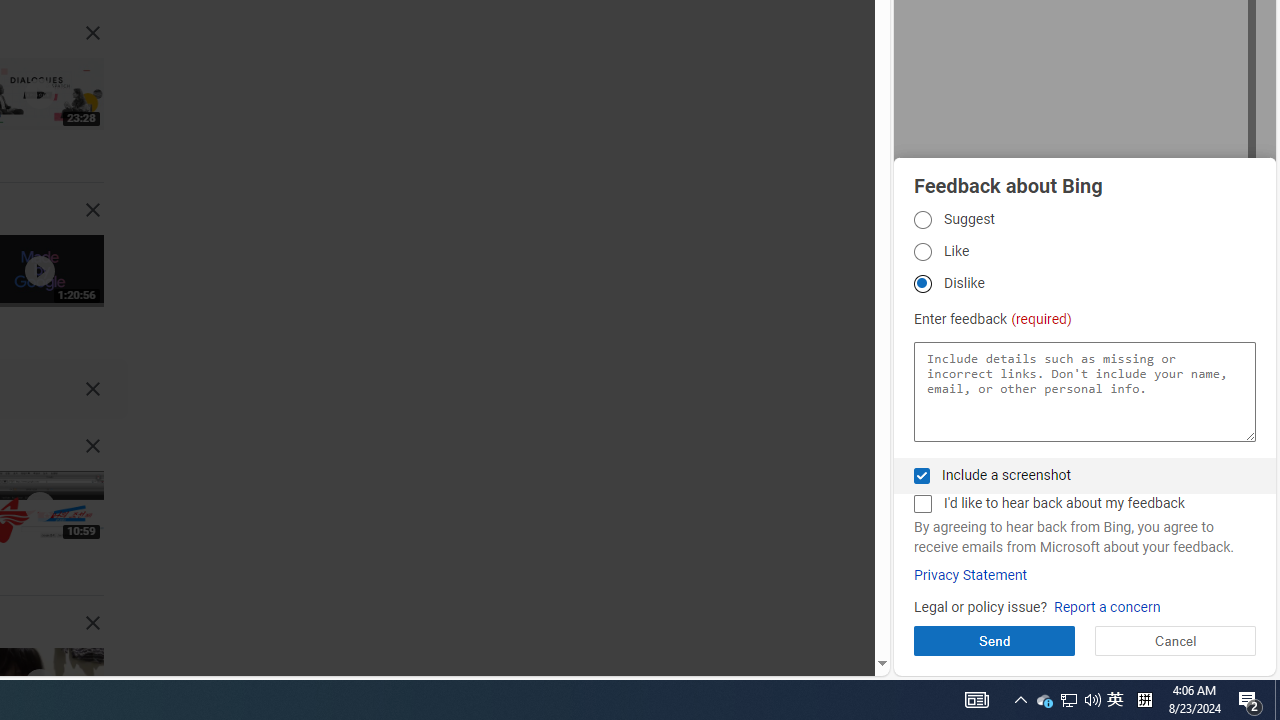 The height and width of the screenshot is (720, 1280). Describe the element at coordinates (921, 219) in the screenshot. I see `'AutomationID: fbpgdgtp1'` at that location.